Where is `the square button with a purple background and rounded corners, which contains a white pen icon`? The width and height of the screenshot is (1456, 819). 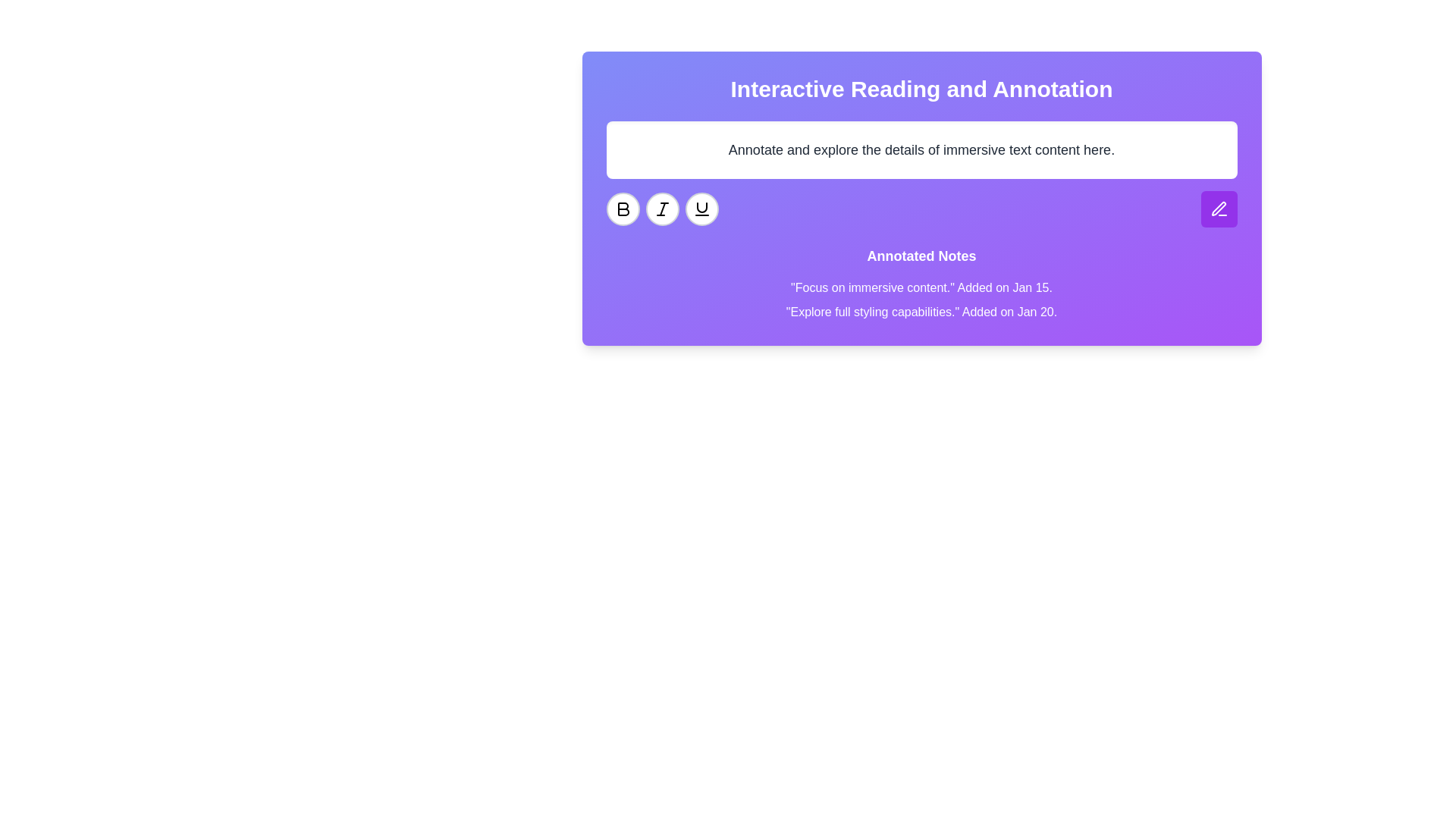
the square button with a purple background and rounded corners, which contains a white pen icon is located at coordinates (1219, 209).